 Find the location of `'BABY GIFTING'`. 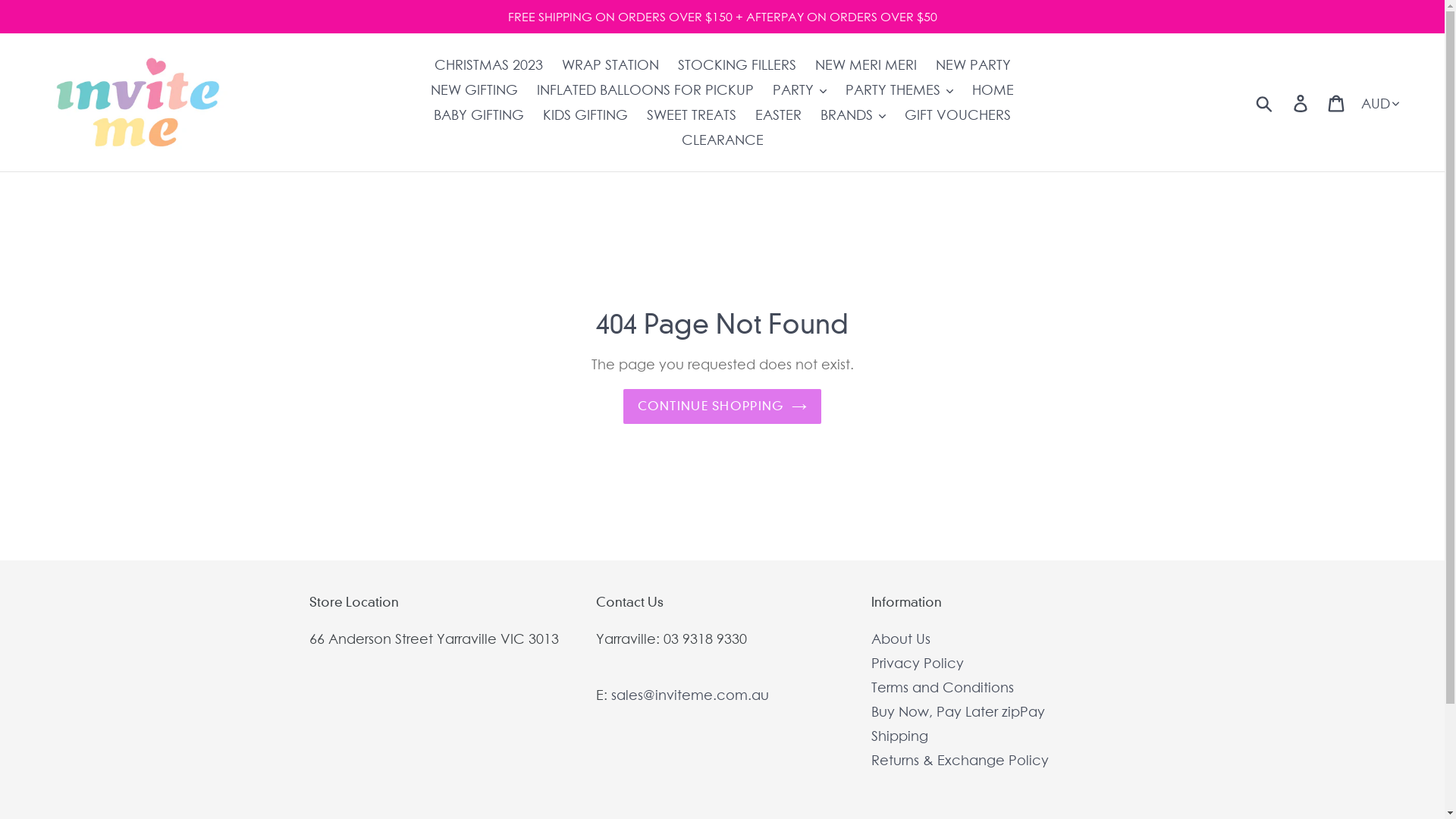

'BABY GIFTING' is located at coordinates (478, 114).